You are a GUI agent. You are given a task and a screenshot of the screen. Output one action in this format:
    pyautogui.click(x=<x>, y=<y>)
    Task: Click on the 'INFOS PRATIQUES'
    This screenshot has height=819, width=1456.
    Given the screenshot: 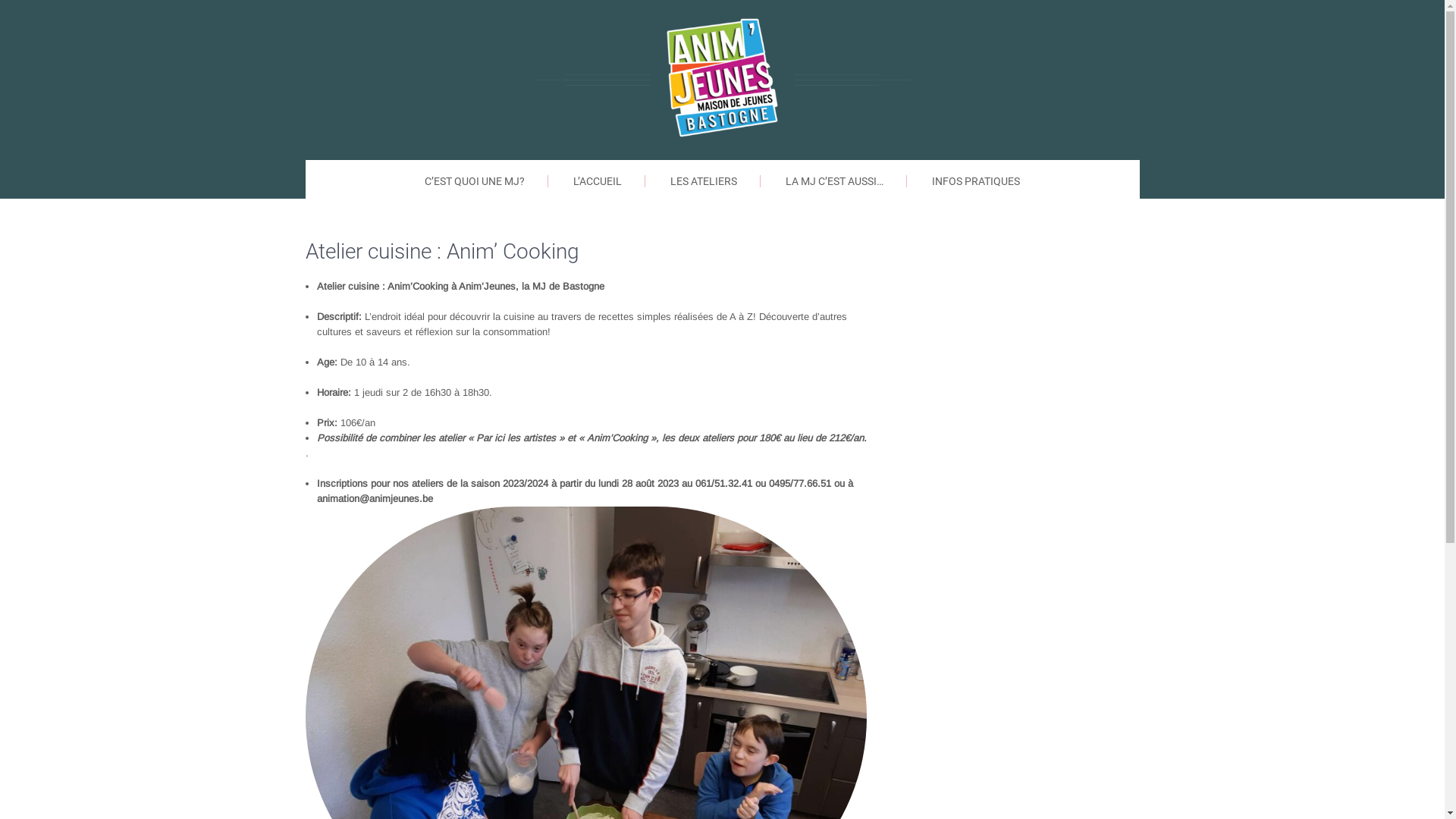 What is the action you would take?
    pyautogui.click(x=909, y=180)
    